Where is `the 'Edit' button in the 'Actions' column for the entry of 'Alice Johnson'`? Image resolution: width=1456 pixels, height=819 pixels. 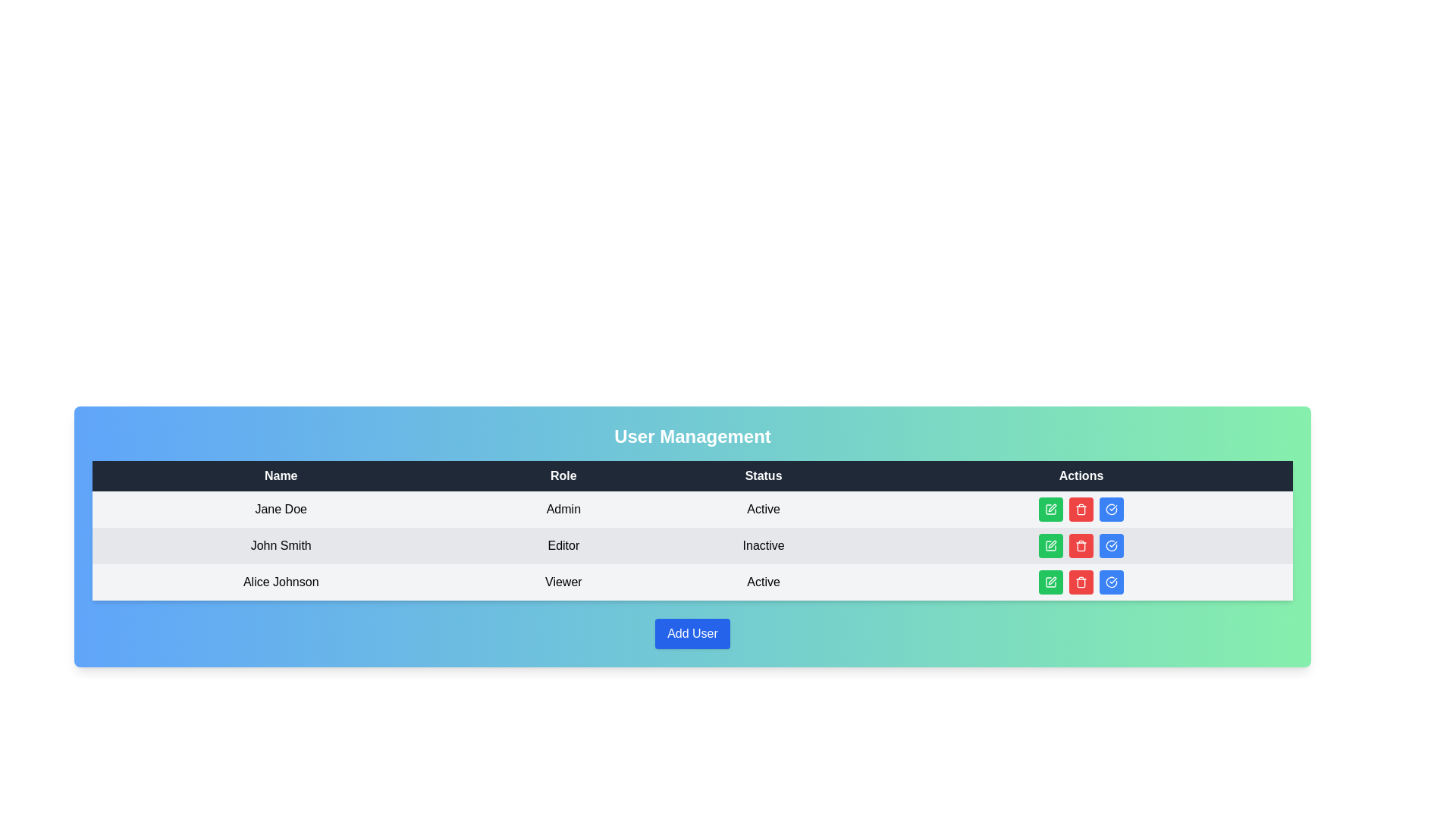
the 'Edit' button in the 'Actions' column for the entry of 'Alice Johnson' is located at coordinates (1051, 580).